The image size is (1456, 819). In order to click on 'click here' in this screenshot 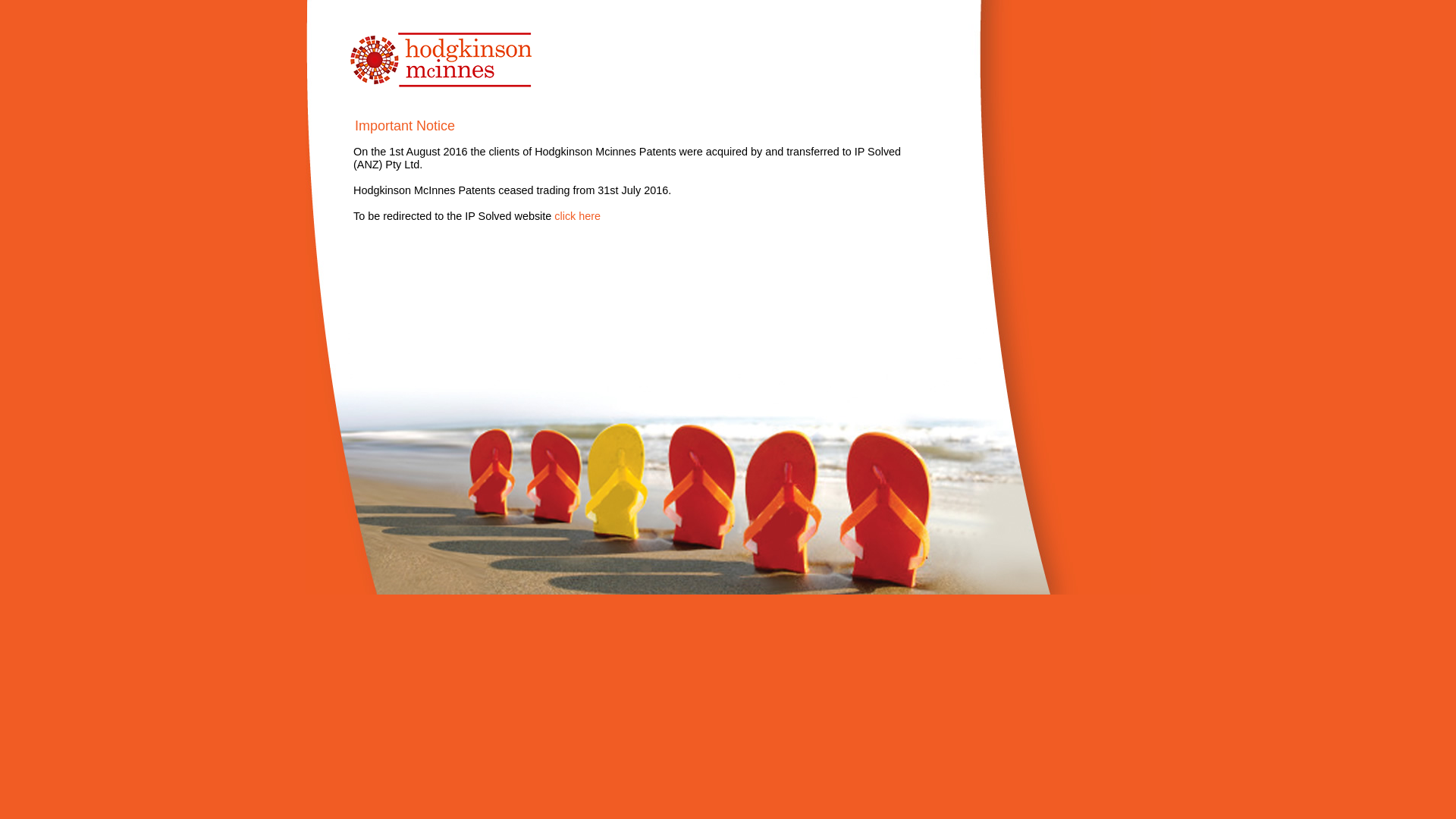, I will do `click(576, 216)`.